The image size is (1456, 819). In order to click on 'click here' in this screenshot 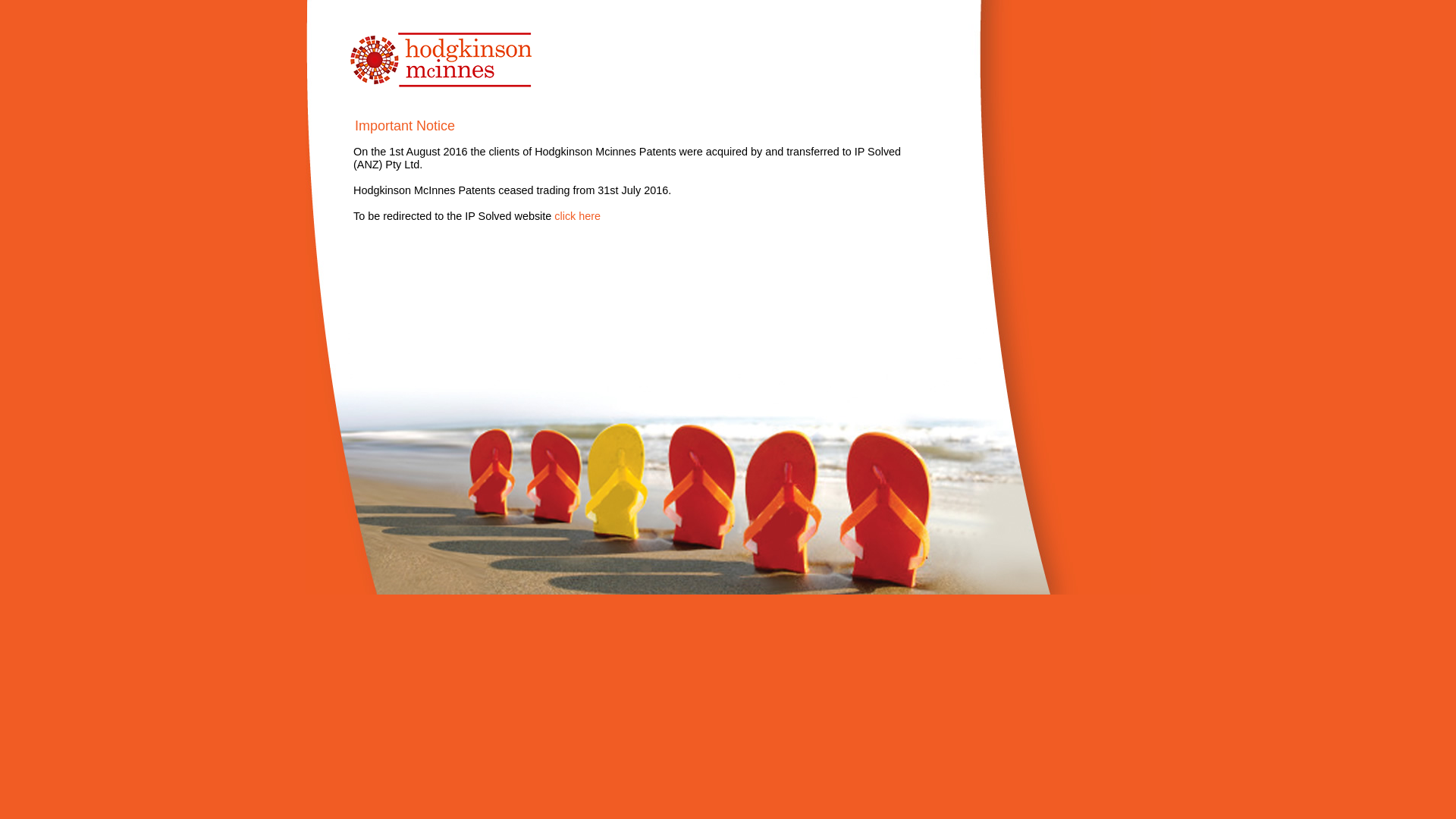, I will do `click(576, 216)`.